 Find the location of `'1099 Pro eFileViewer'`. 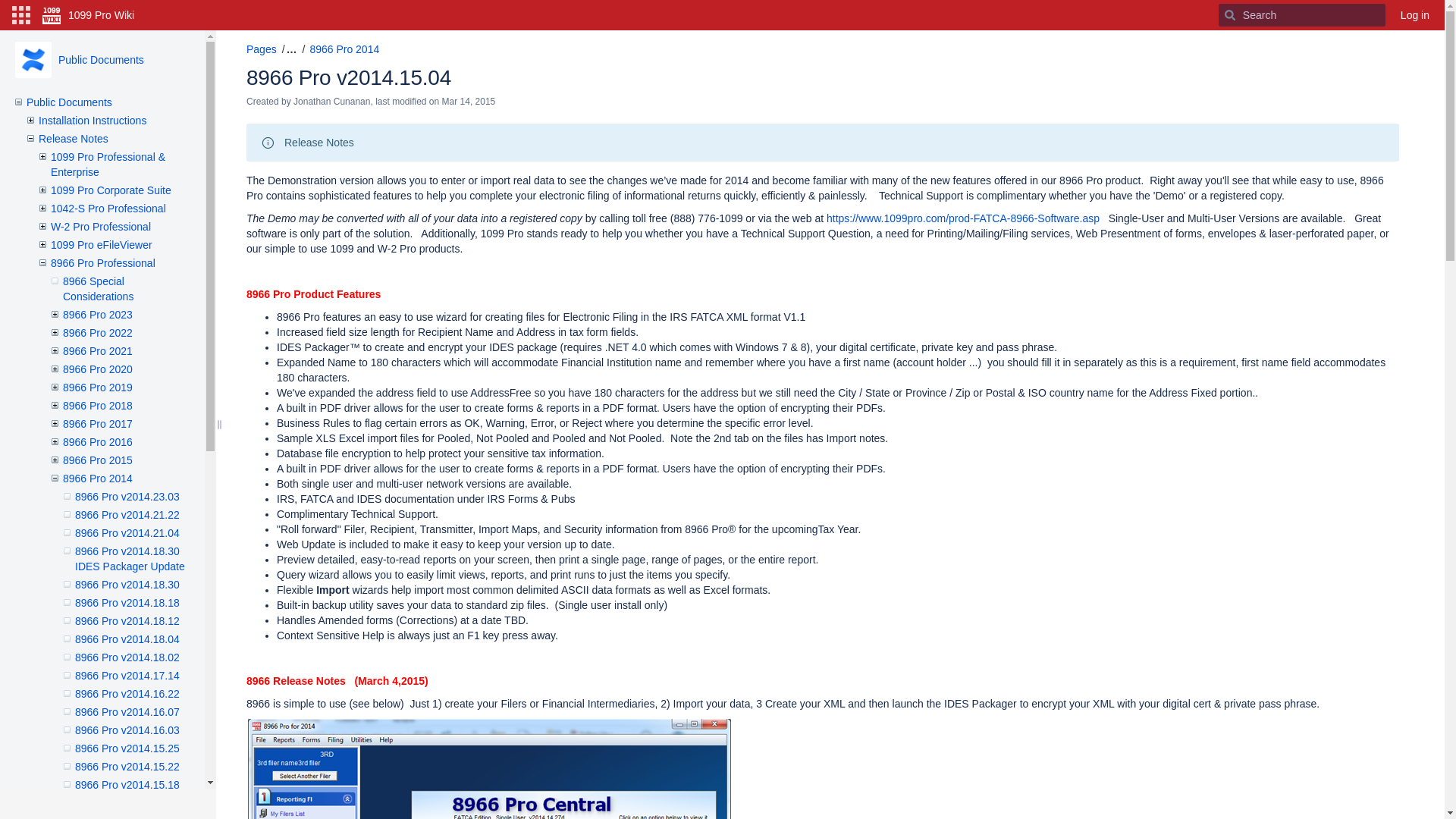

'1099 Pro eFileViewer' is located at coordinates (101, 244).